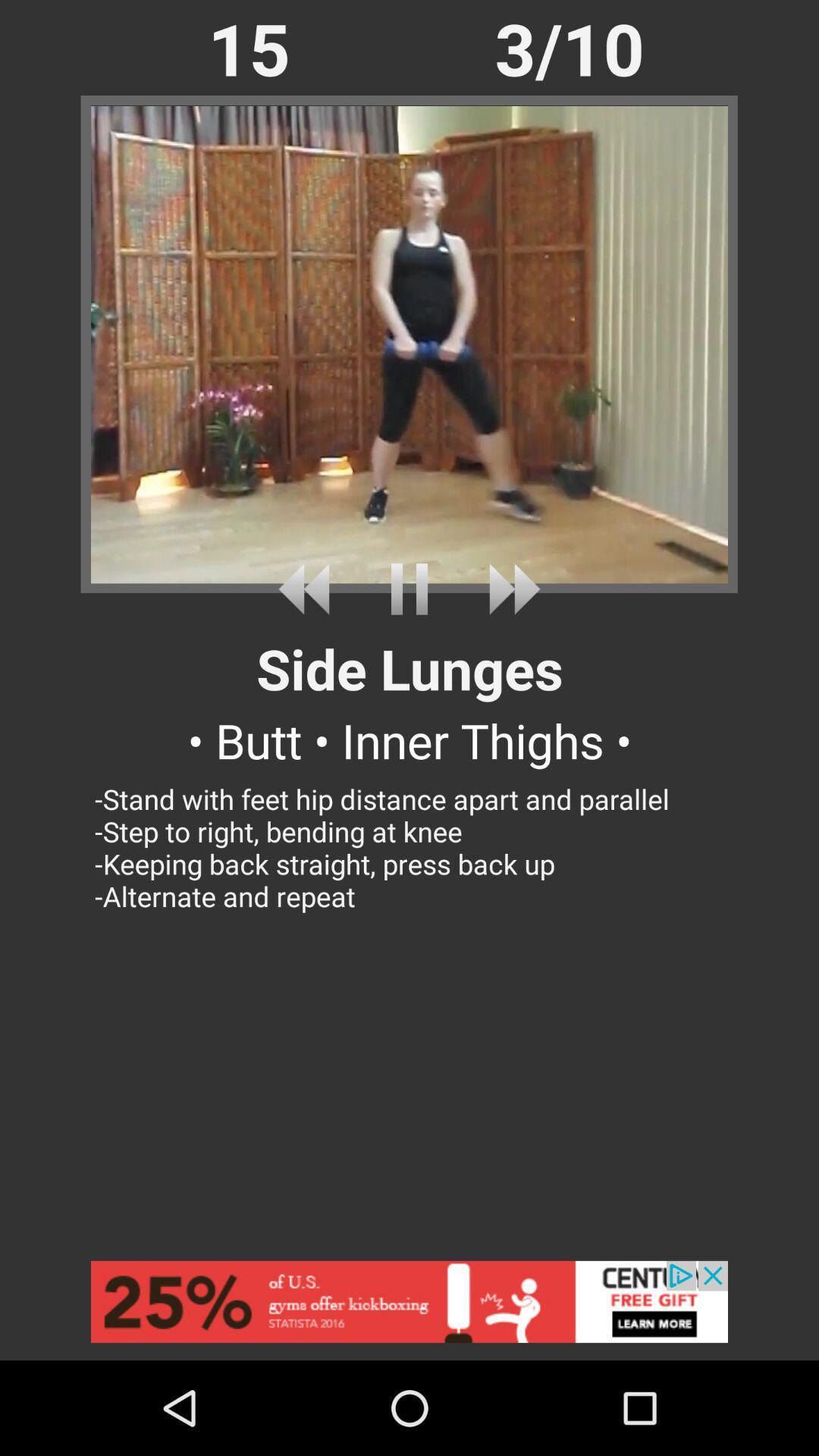  Describe the element at coordinates (409, 588) in the screenshot. I see `pause` at that location.